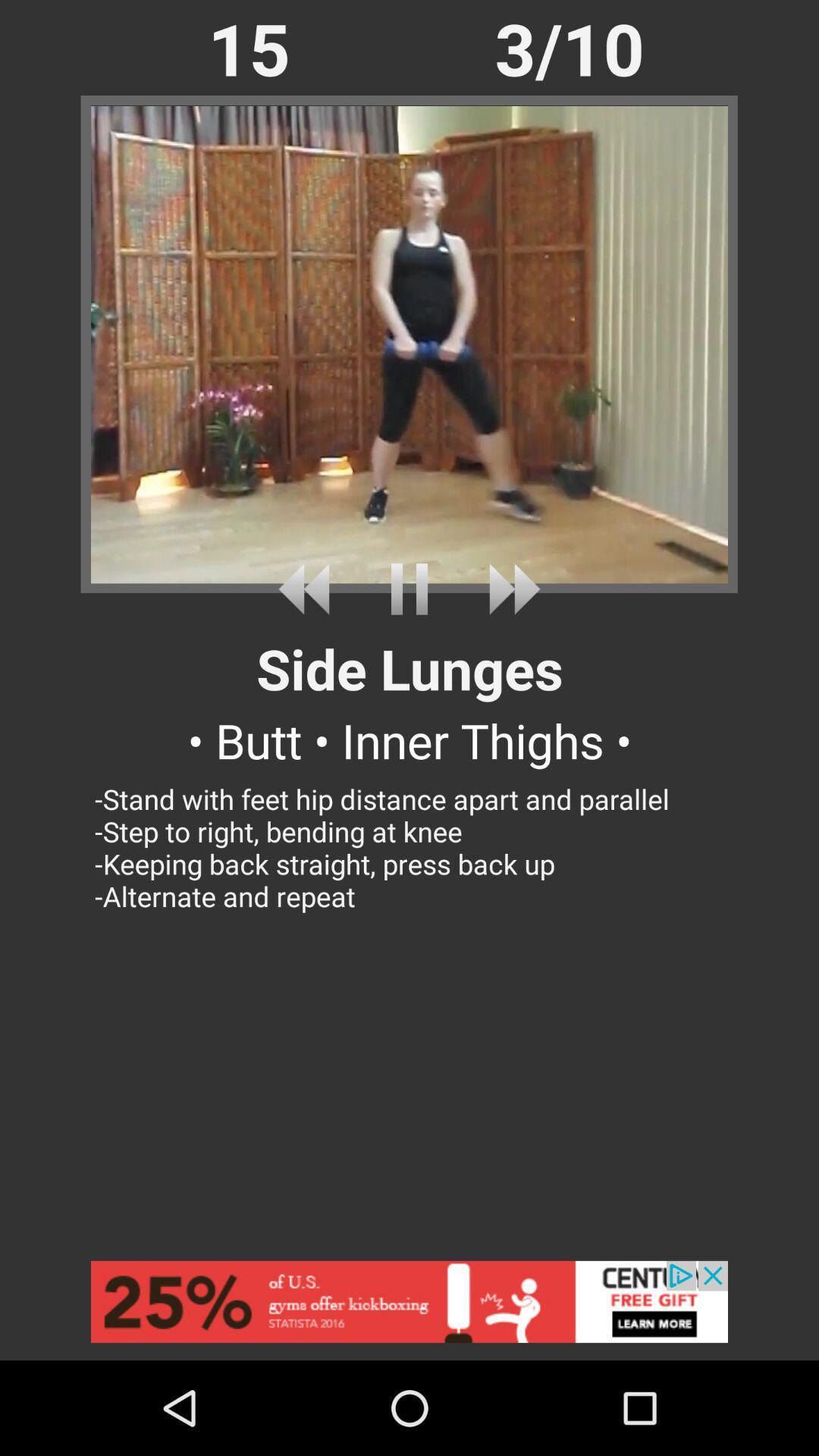  Describe the element at coordinates (409, 588) in the screenshot. I see `pause` at that location.